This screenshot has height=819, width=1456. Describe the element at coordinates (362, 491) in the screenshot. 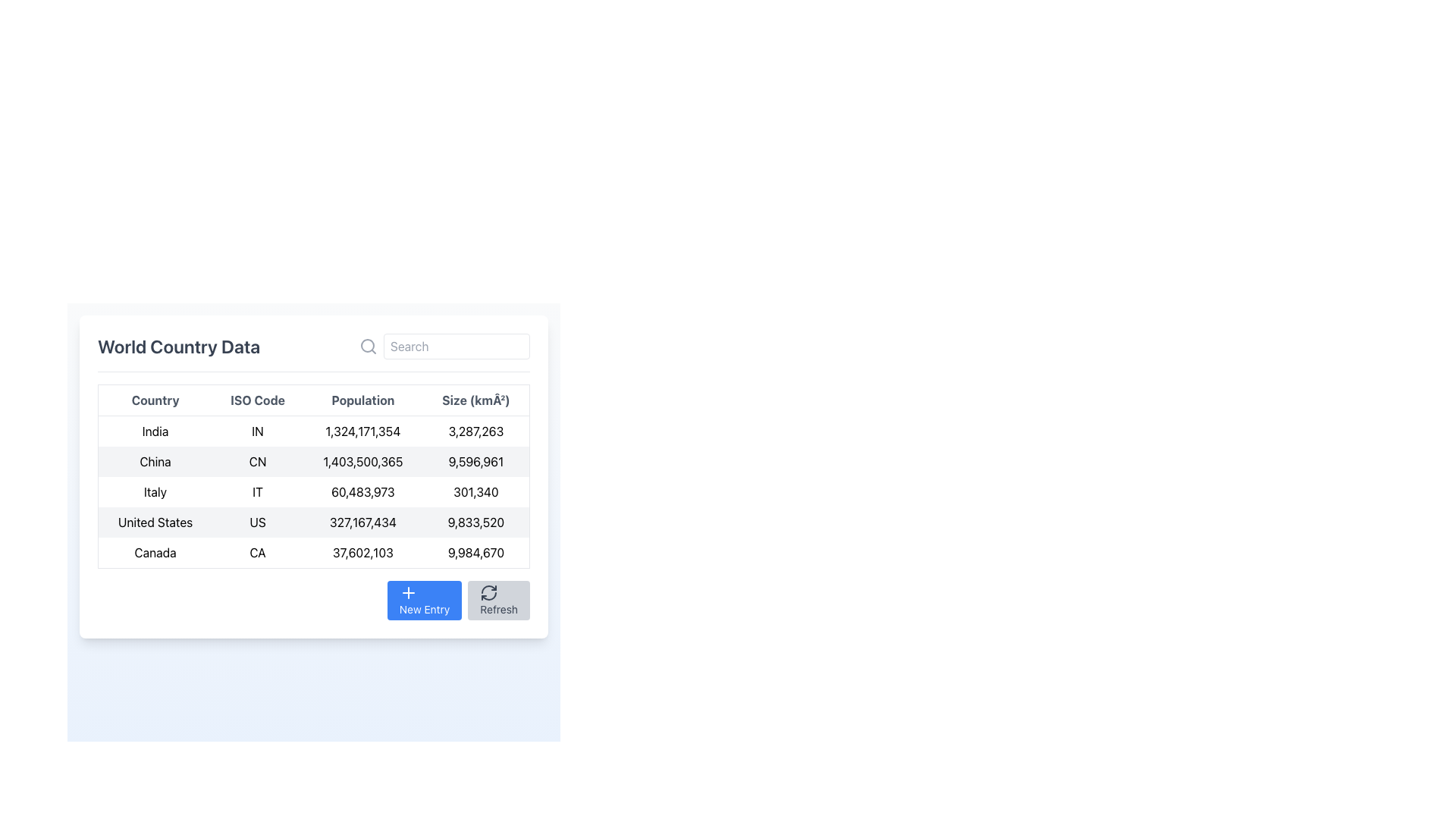

I see `the numeric population representation ('60,483,973')` at that location.